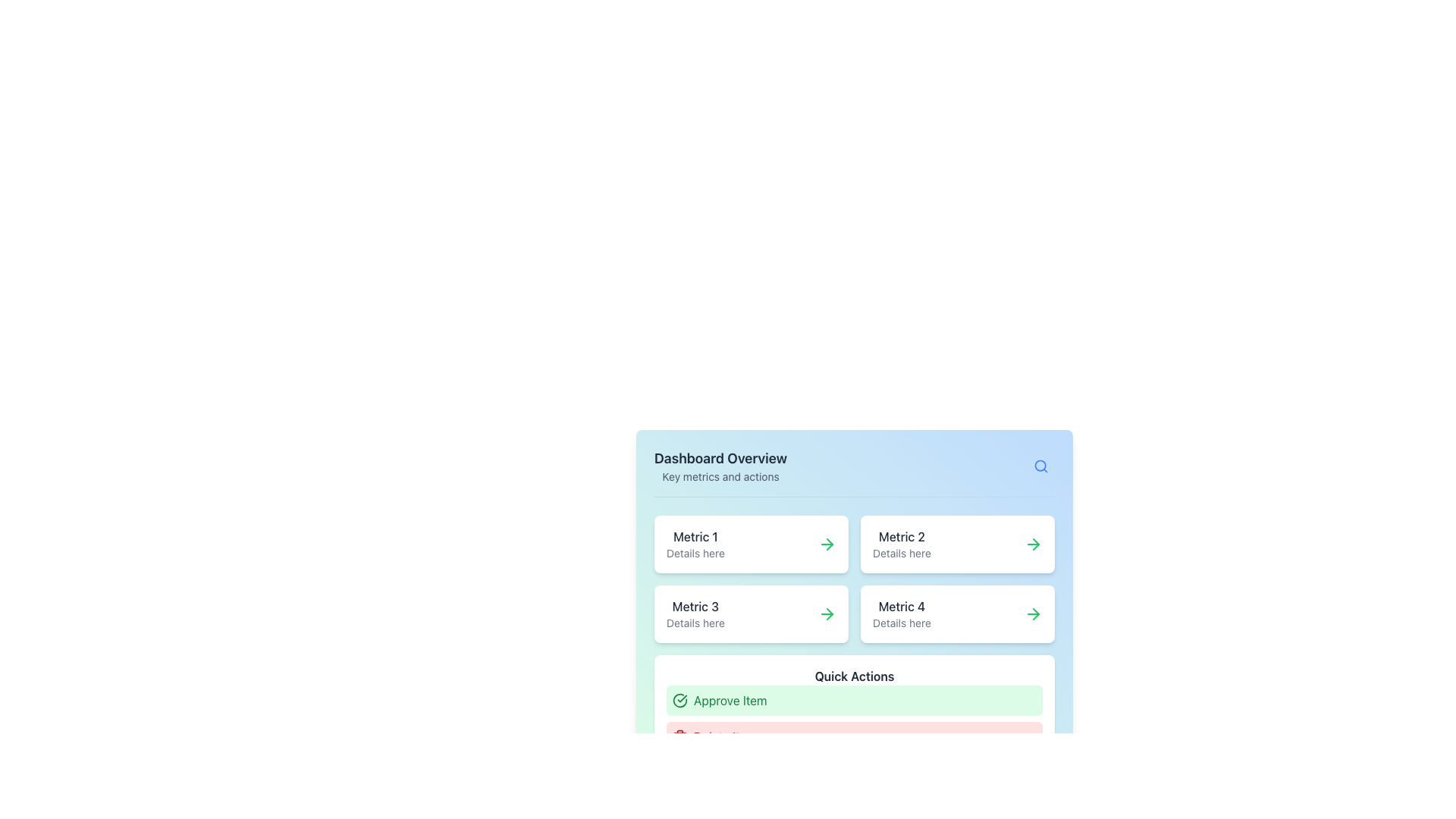 The width and height of the screenshot is (1456, 819). What do you see at coordinates (855, 675) in the screenshot?
I see `the text label that serves as a header for the section below, positioned above the 'Approve Item' and 'Delete Item' buttons` at bounding box center [855, 675].